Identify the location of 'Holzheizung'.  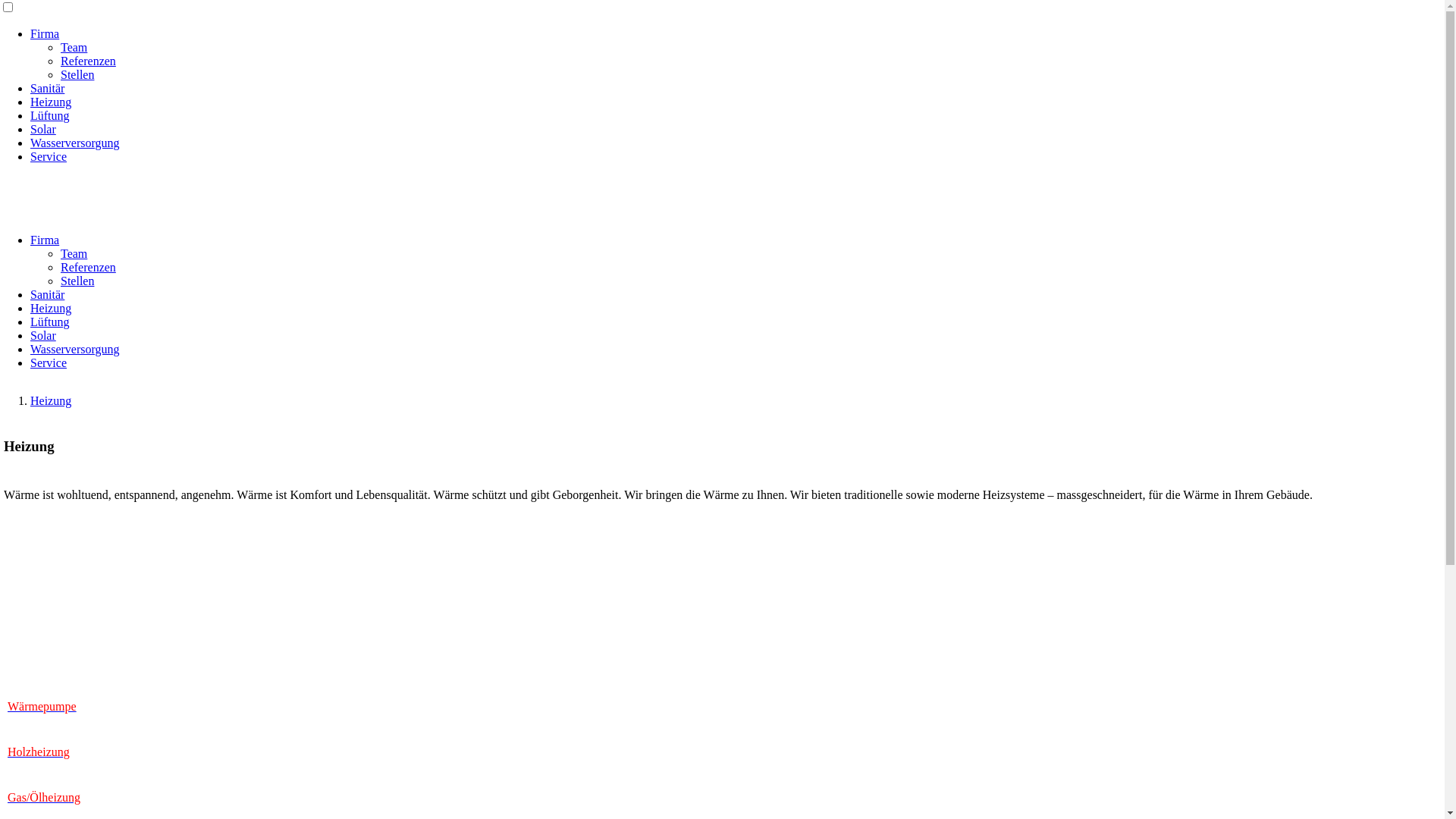
(39, 752).